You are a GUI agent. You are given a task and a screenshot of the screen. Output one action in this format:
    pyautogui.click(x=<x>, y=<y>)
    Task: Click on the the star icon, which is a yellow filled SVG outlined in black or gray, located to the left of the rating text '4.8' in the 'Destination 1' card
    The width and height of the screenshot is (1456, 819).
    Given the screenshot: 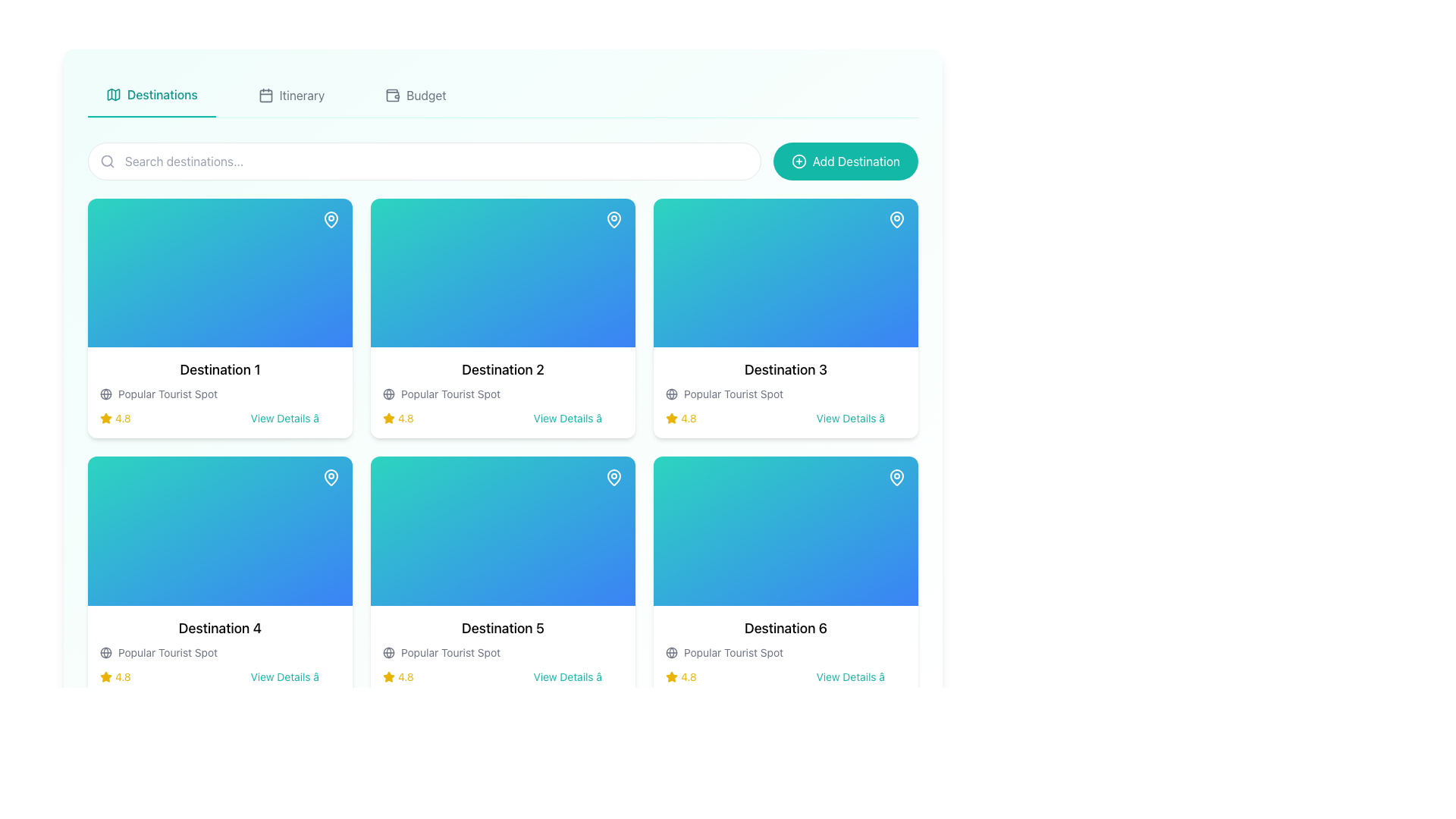 What is the action you would take?
    pyautogui.click(x=105, y=419)
    